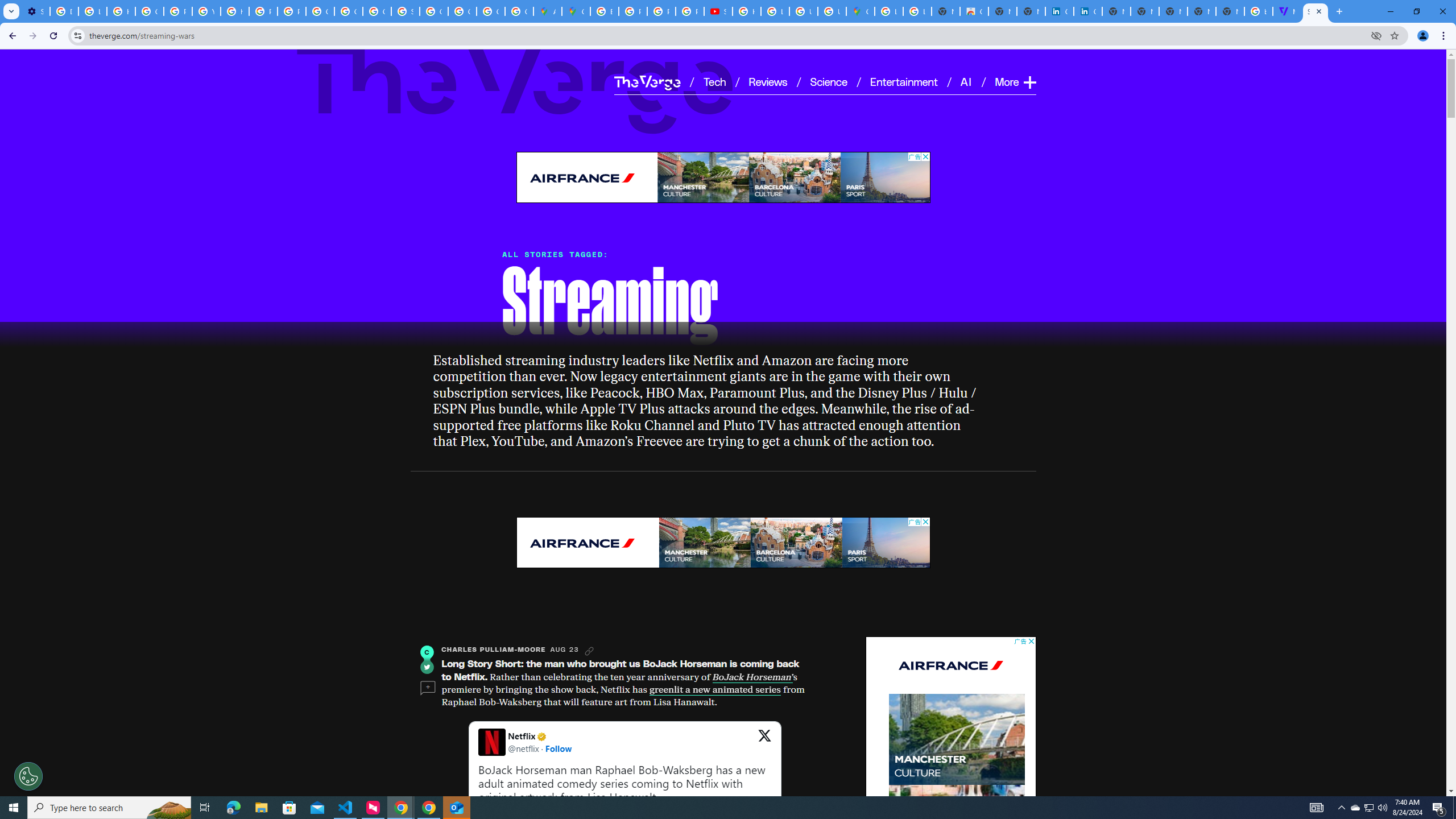 This screenshot has width=1456, height=819. Describe the element at coordinates (178, 11) in the screenshot. I see `'Privacy Help Center - Policies Help'` at that location.